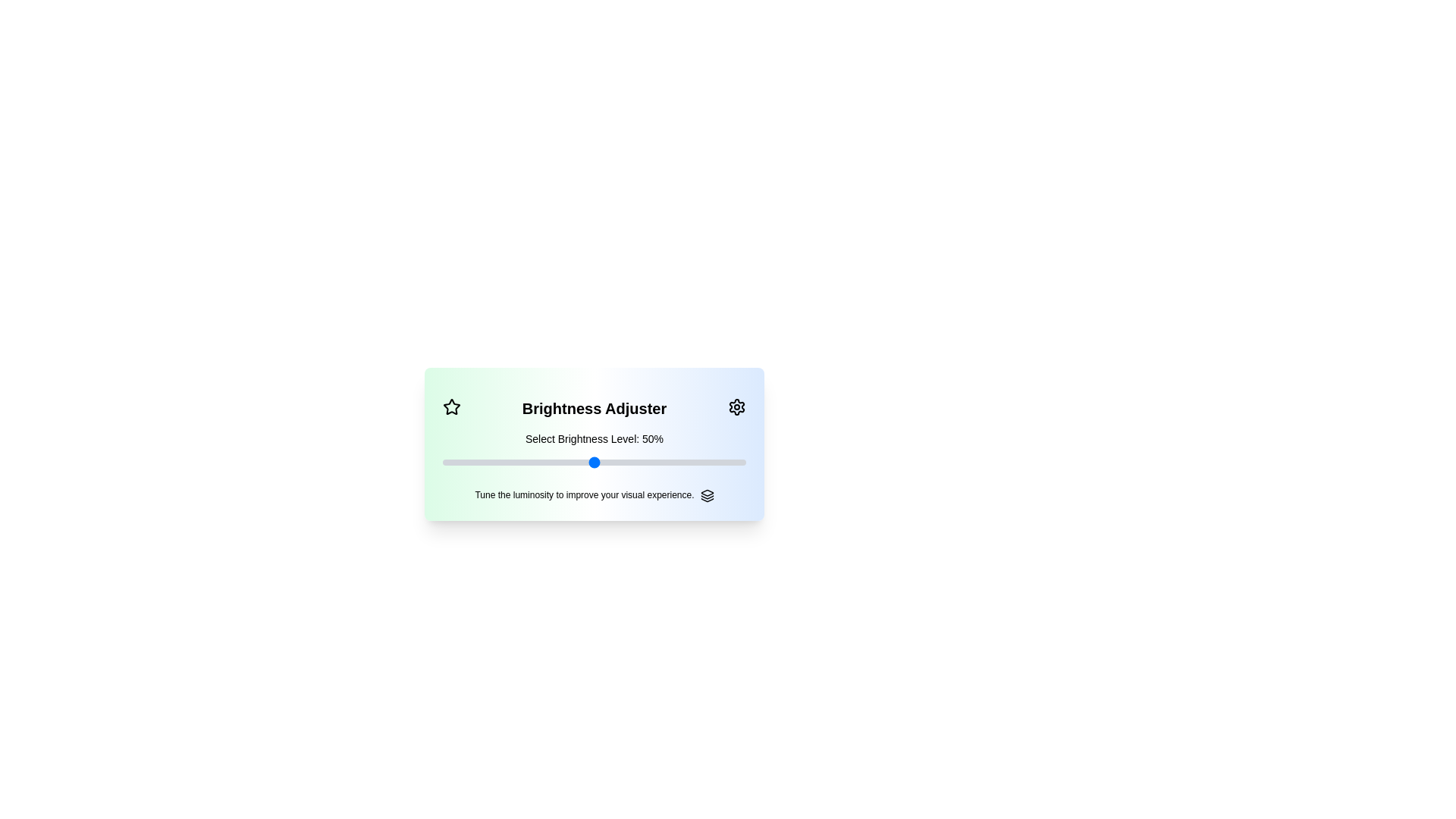 This screenshot has height=819, width=1456. What do you see at coordinates (442, 461) in the screenshot?
I see `the slider to set brightness to 1%` at bounding box center [442, 461].